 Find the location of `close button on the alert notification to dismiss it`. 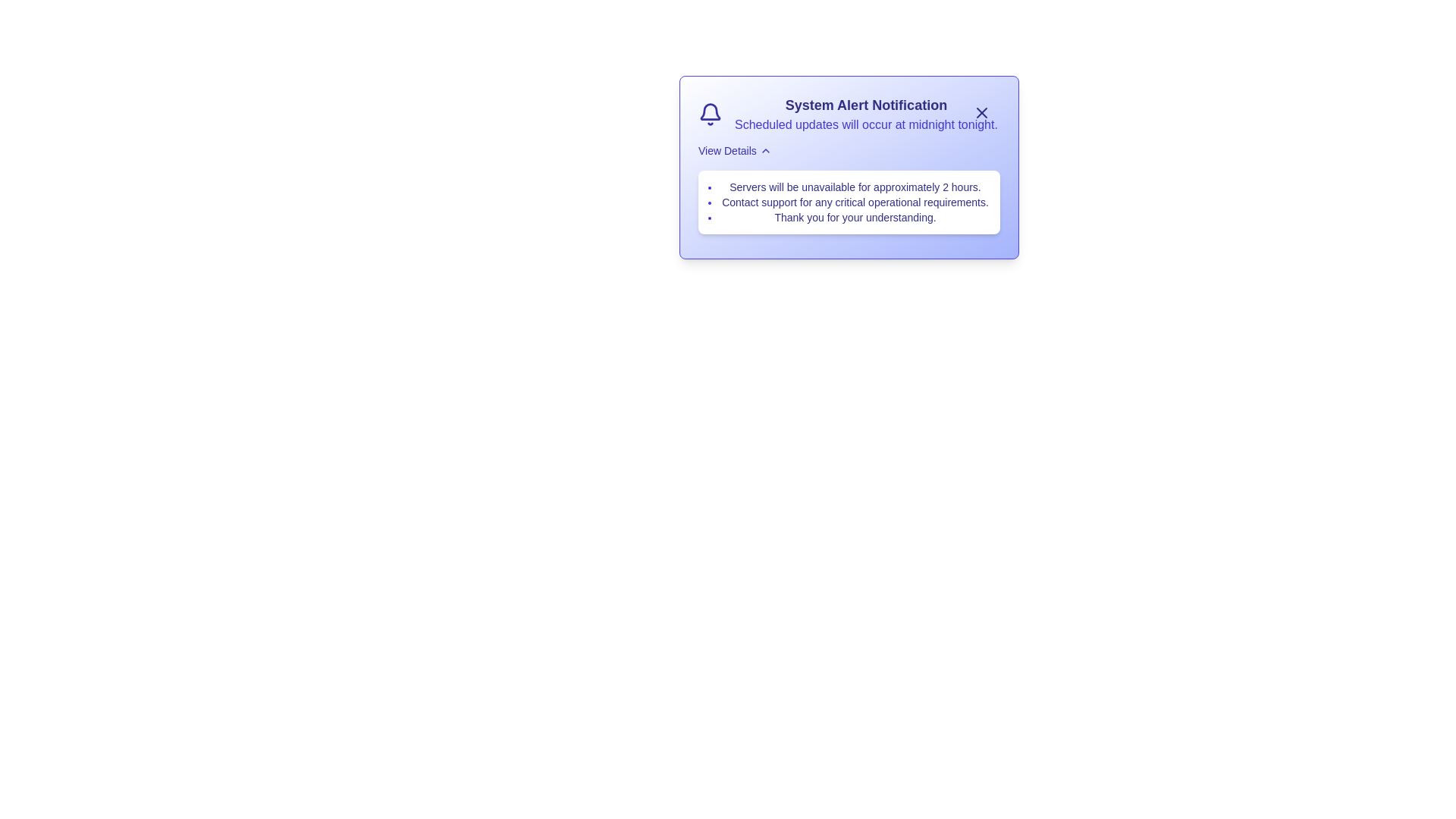

close button on the alert notification to dismiss it is located at coordinates (982, 112).